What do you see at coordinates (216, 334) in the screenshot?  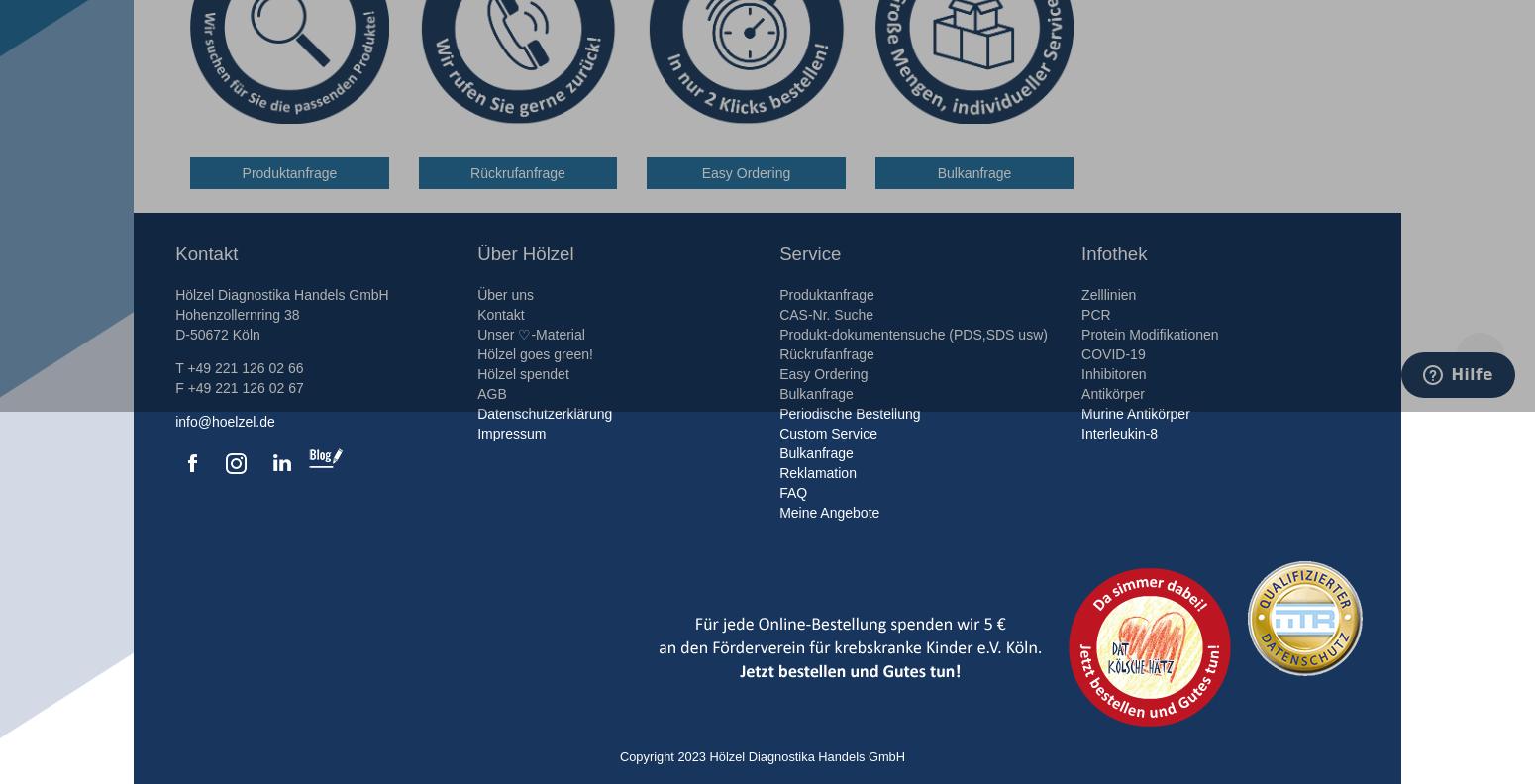 I see `'D-50672 Köln'` at bounding box center [216, 334].